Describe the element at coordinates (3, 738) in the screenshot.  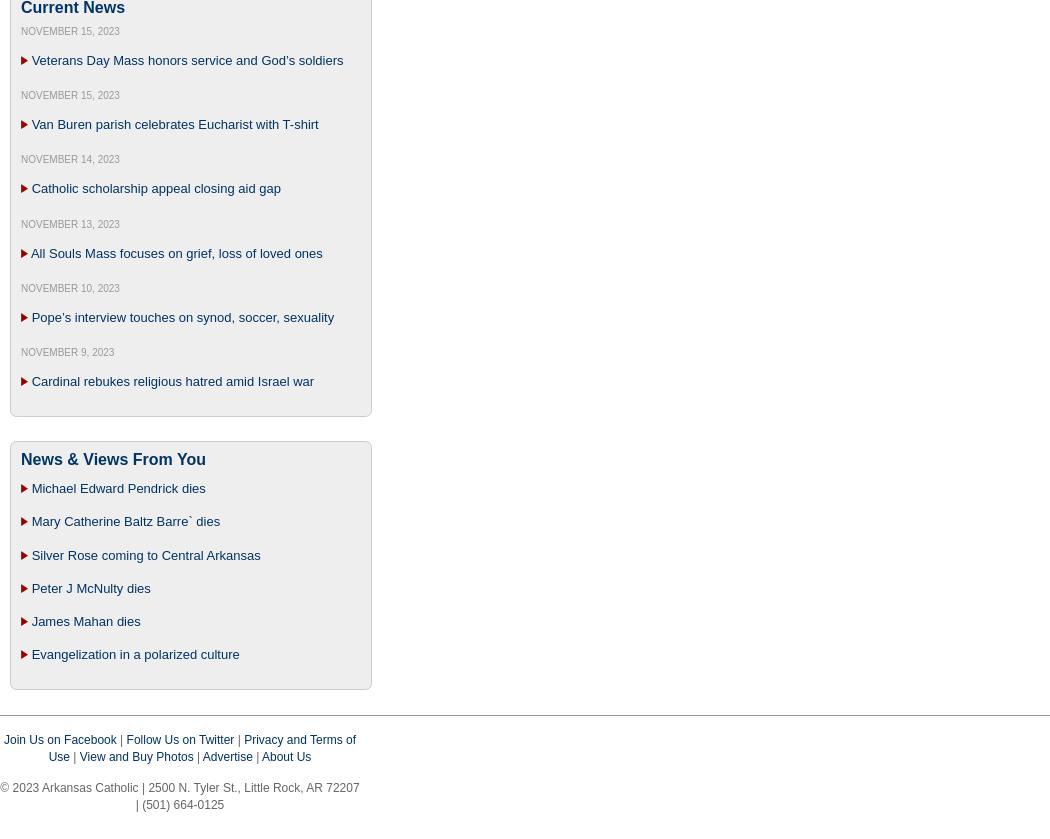
I see `'Join Us on Facebook'` at that location.